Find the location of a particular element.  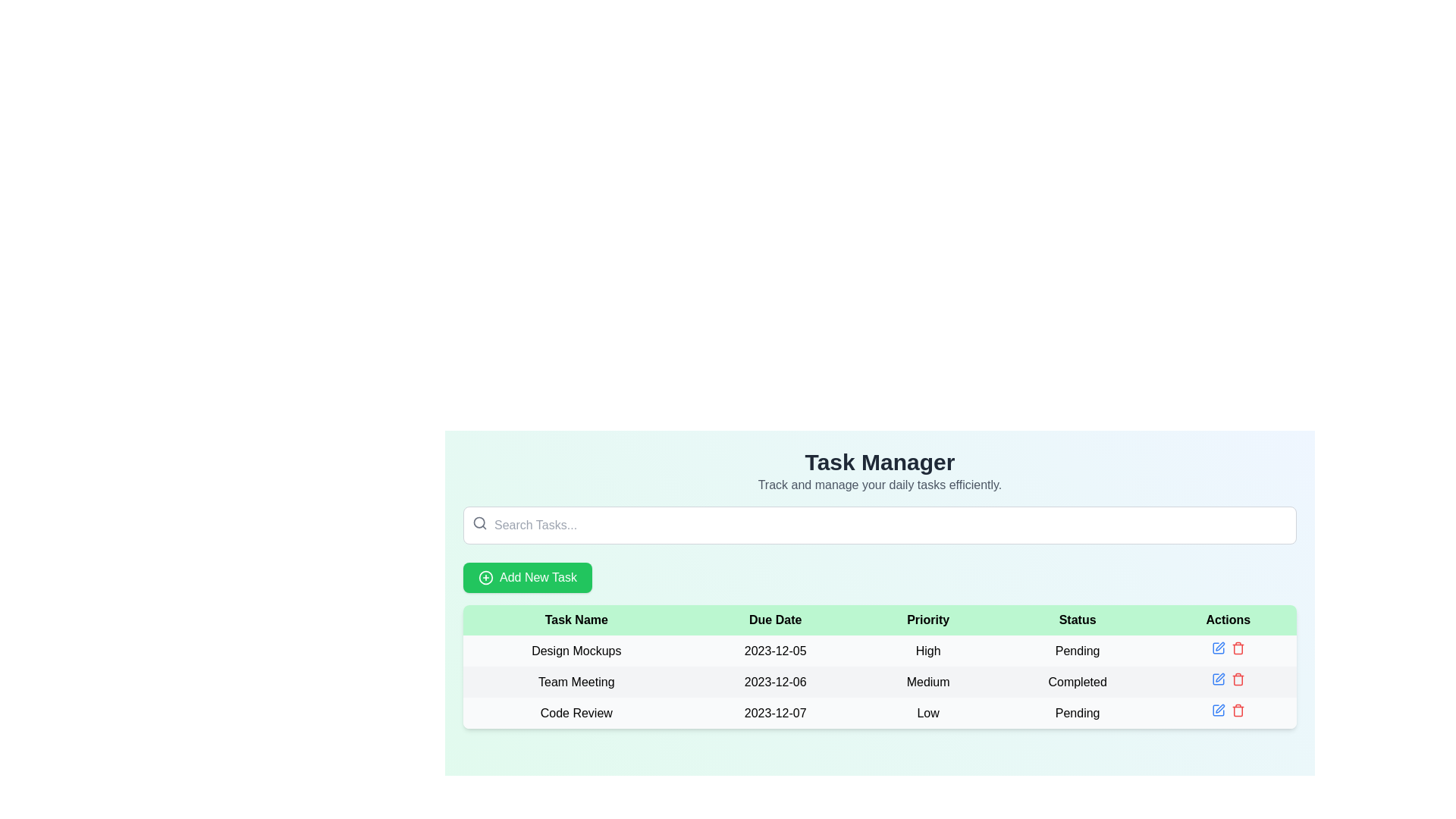

the circular graphic of the magnifying glass icon associated with the search field located near the top left of the content area is located at coordinates (479, 522).